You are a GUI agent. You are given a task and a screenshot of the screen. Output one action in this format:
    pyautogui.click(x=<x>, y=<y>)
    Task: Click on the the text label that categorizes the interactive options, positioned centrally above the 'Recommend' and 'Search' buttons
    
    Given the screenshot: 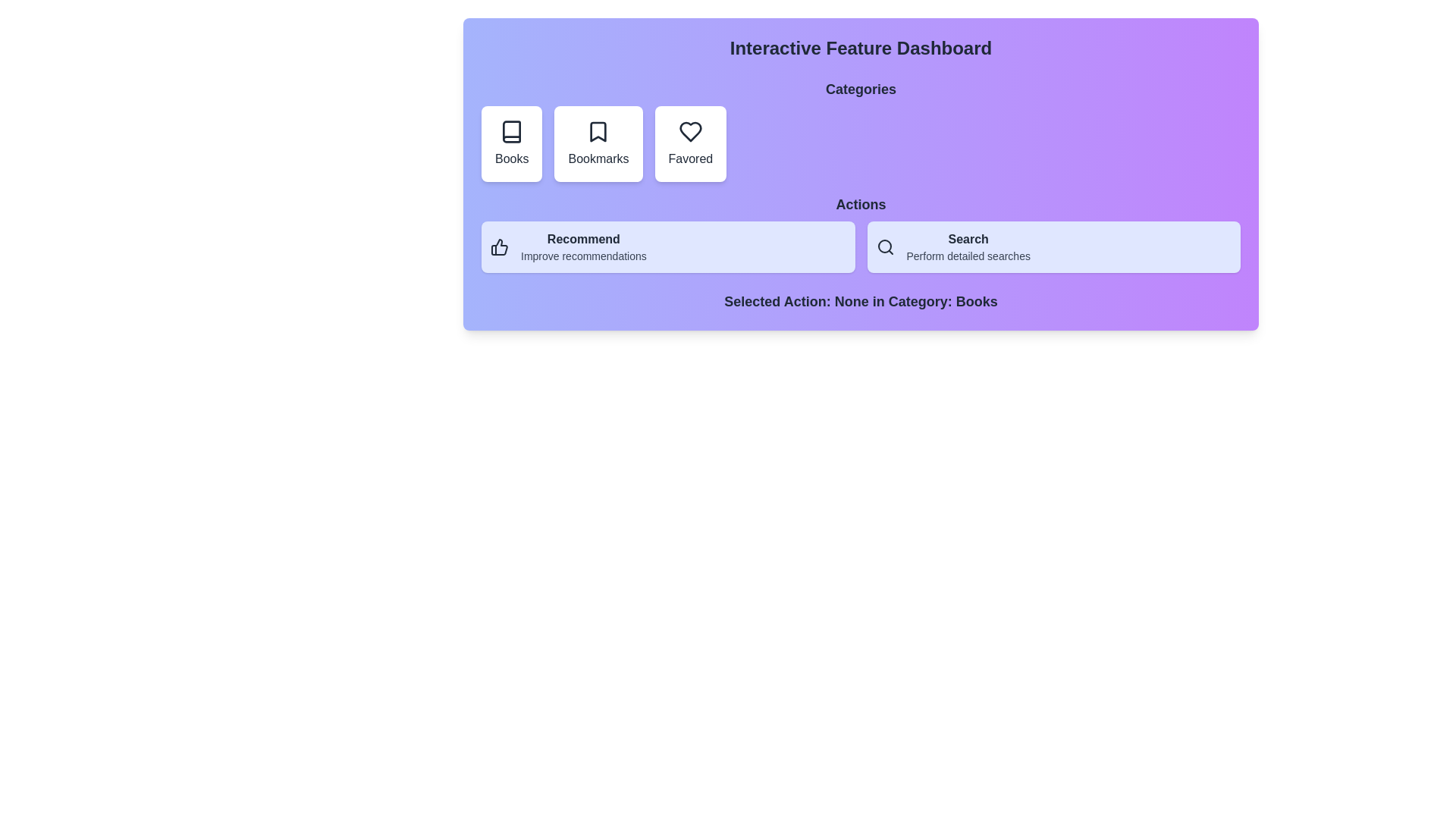 What is the action you would take?
    pyautogui.click(x=861, y=205)
    